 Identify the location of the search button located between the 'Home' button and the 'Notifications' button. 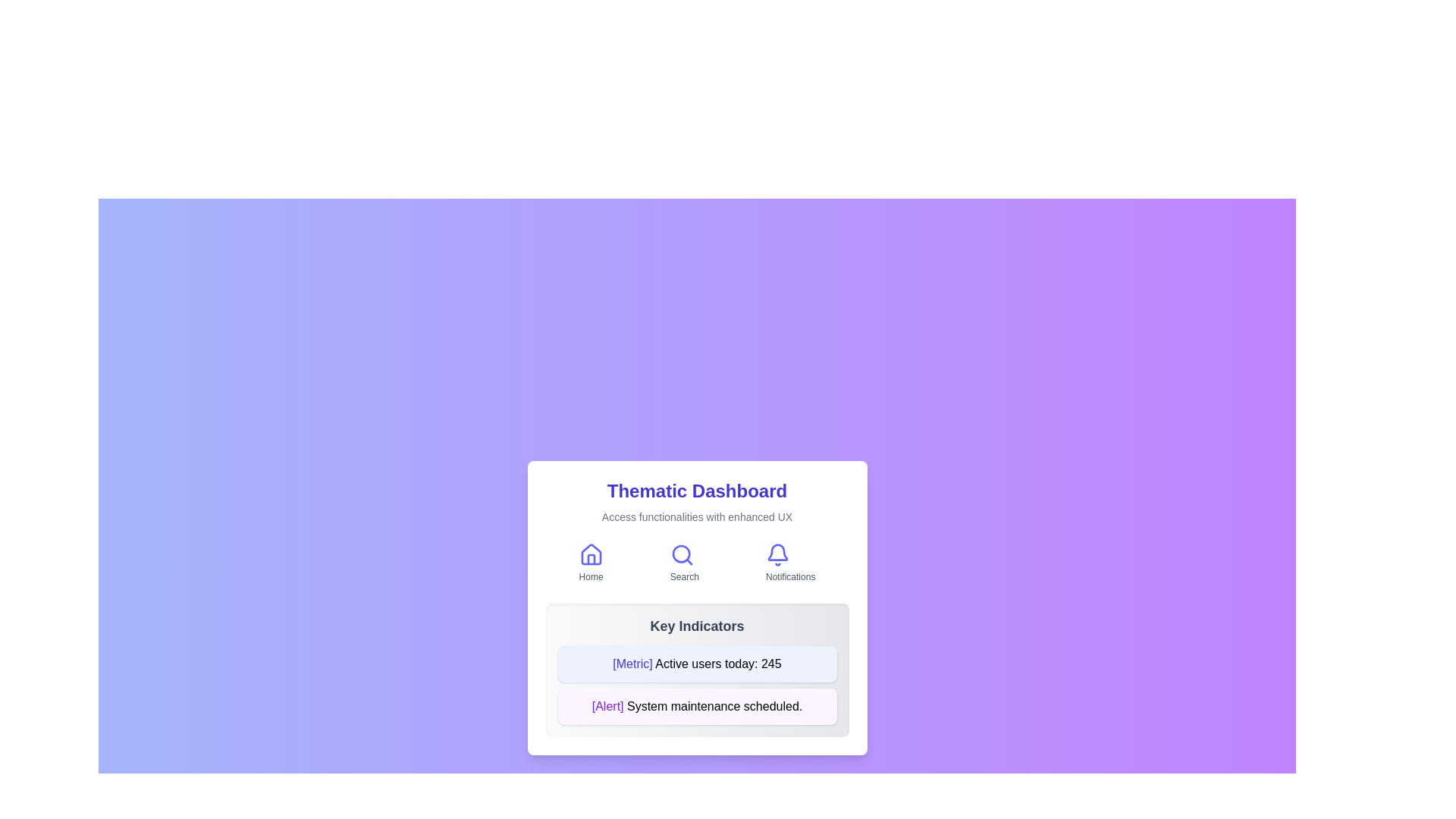
(683, 564).